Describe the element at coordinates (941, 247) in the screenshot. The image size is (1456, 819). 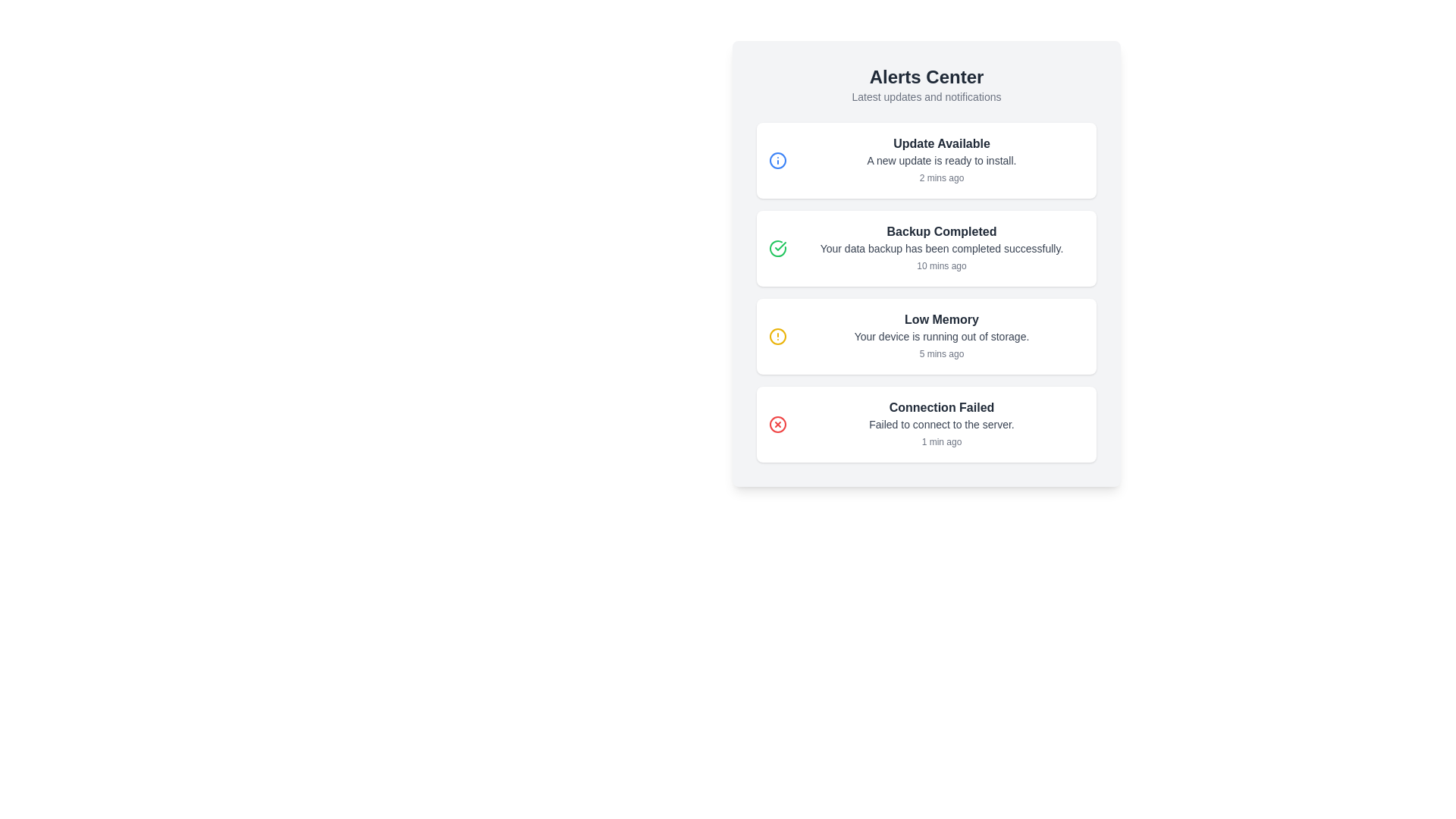
I see `the Notification card that indicates the successful completion of the data backup process, which is the second notification in the Alerts Center` at that location.